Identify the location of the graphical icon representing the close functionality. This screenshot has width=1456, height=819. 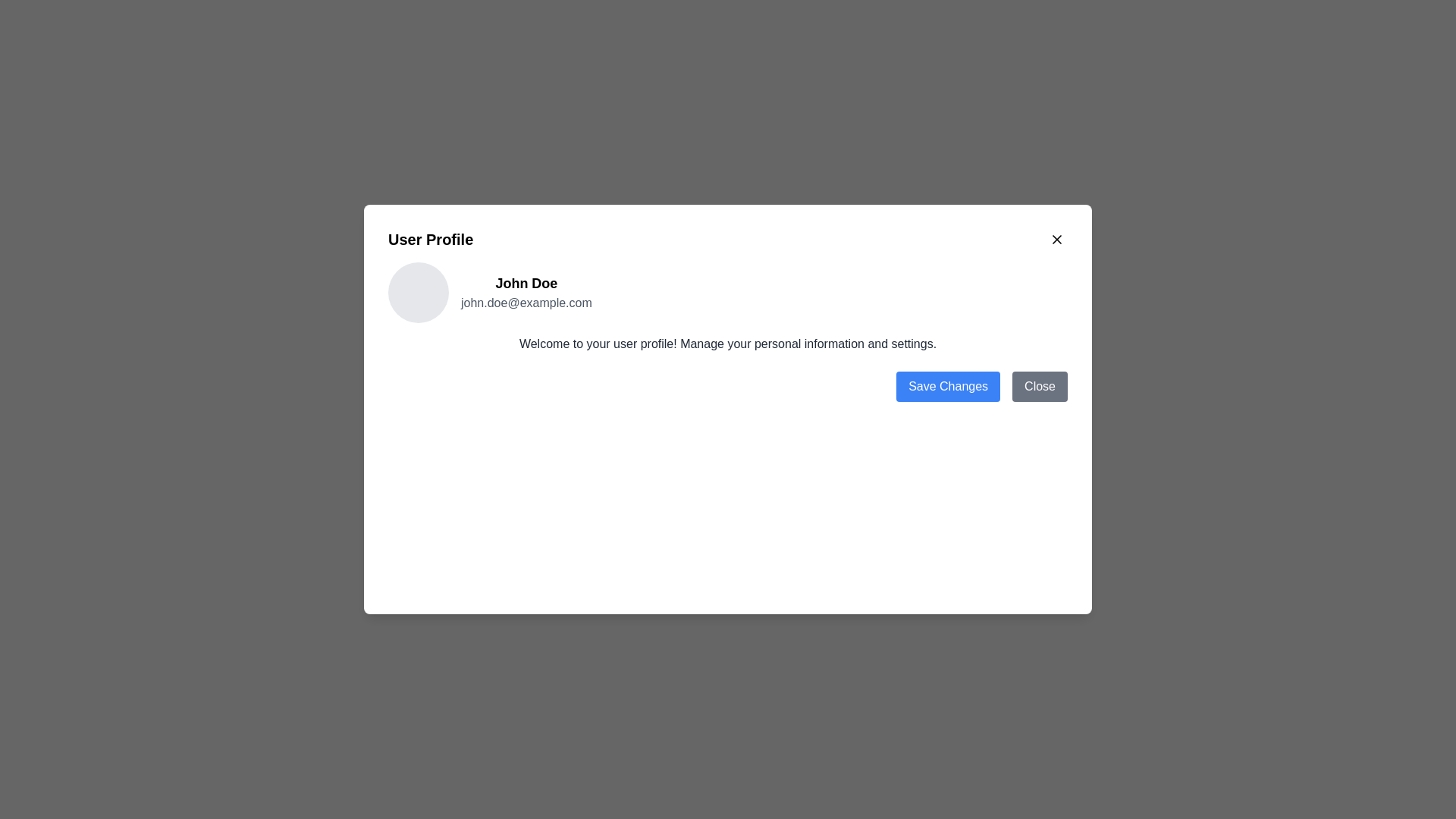
(1056, 239).